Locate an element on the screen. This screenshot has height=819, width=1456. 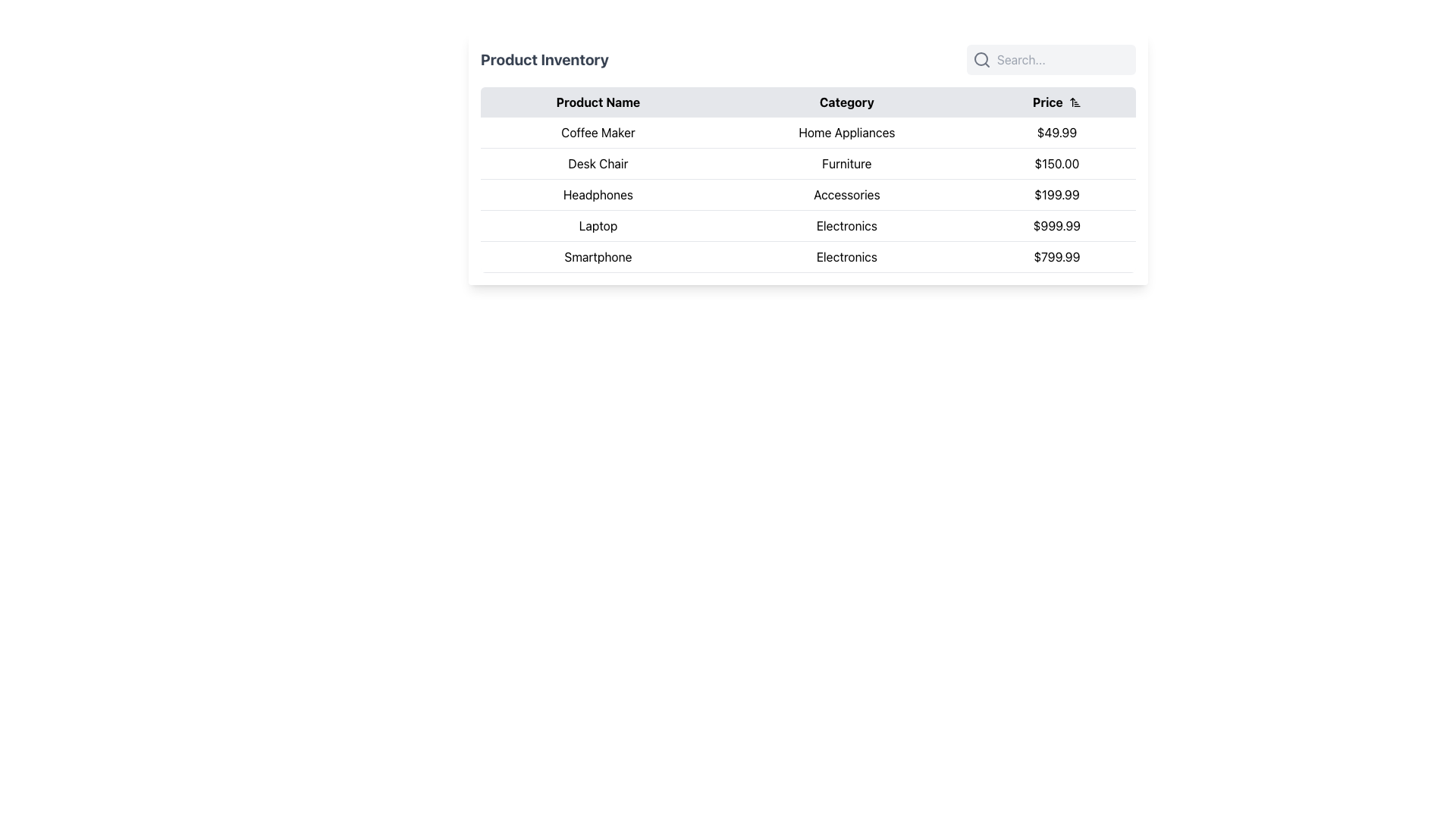
the fourth row in the 'Product Inventory' table, which displays the product 'Laptop', categorized under 'Electronics', priced at '$999.99' is located at coordinates (807, 225).